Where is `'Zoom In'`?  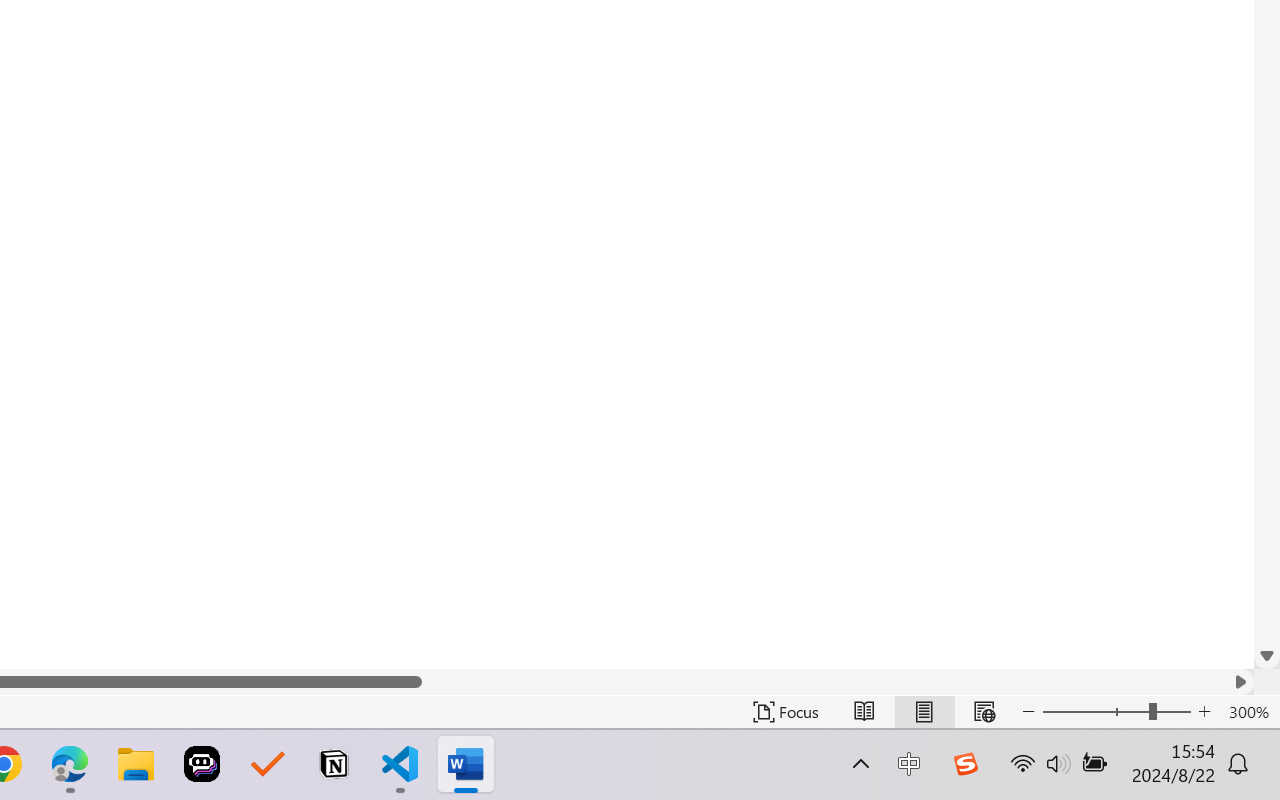
'Zoom In' is located at coordinates (1204, 711).